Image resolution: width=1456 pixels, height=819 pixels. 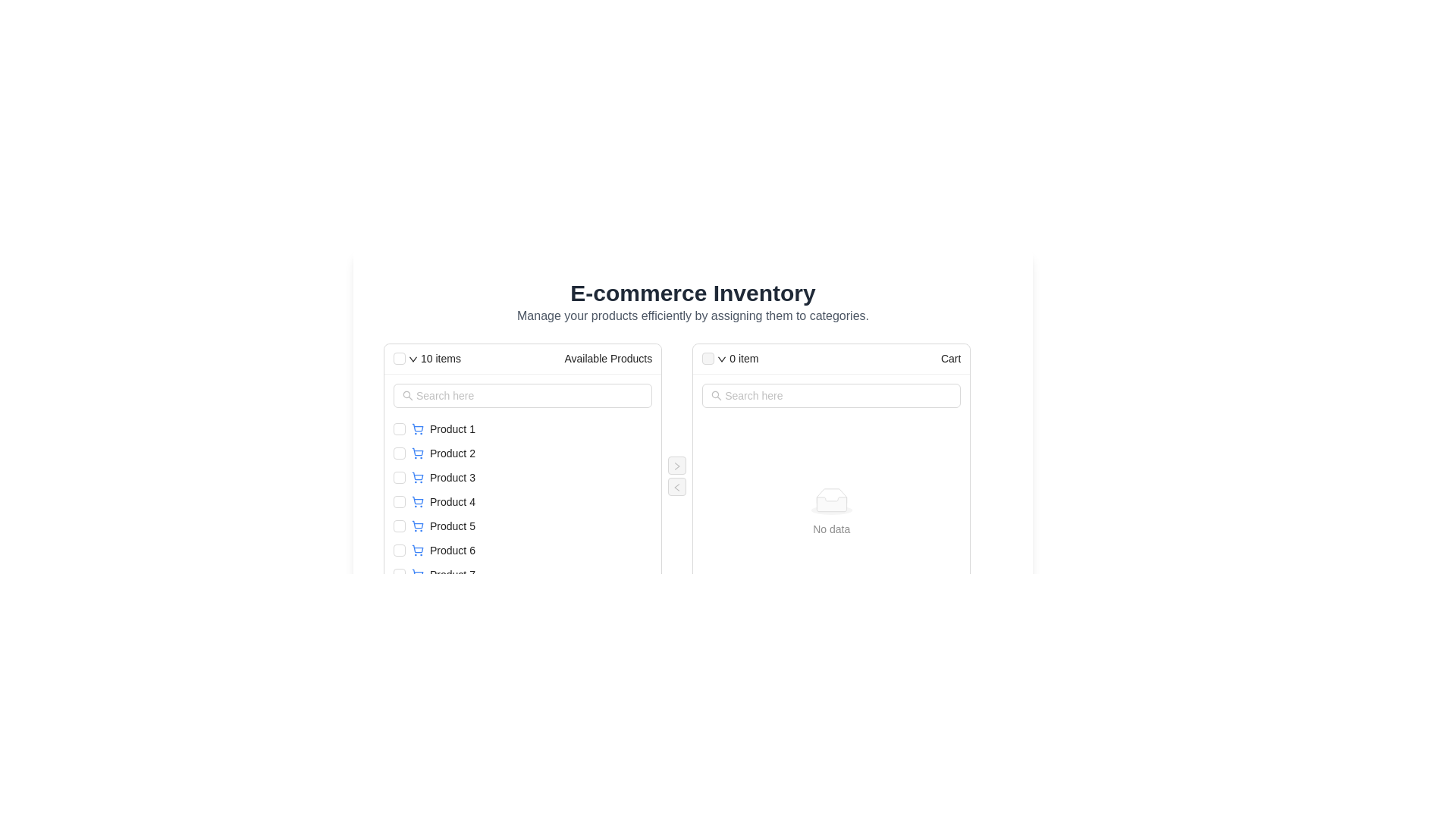 What do you see at coordinates (400, 359) in the screenshot?
I see `the minimalistic checkbox located at the top-left corner of the 'Available Products' list header` at bounding box center [400, 359].